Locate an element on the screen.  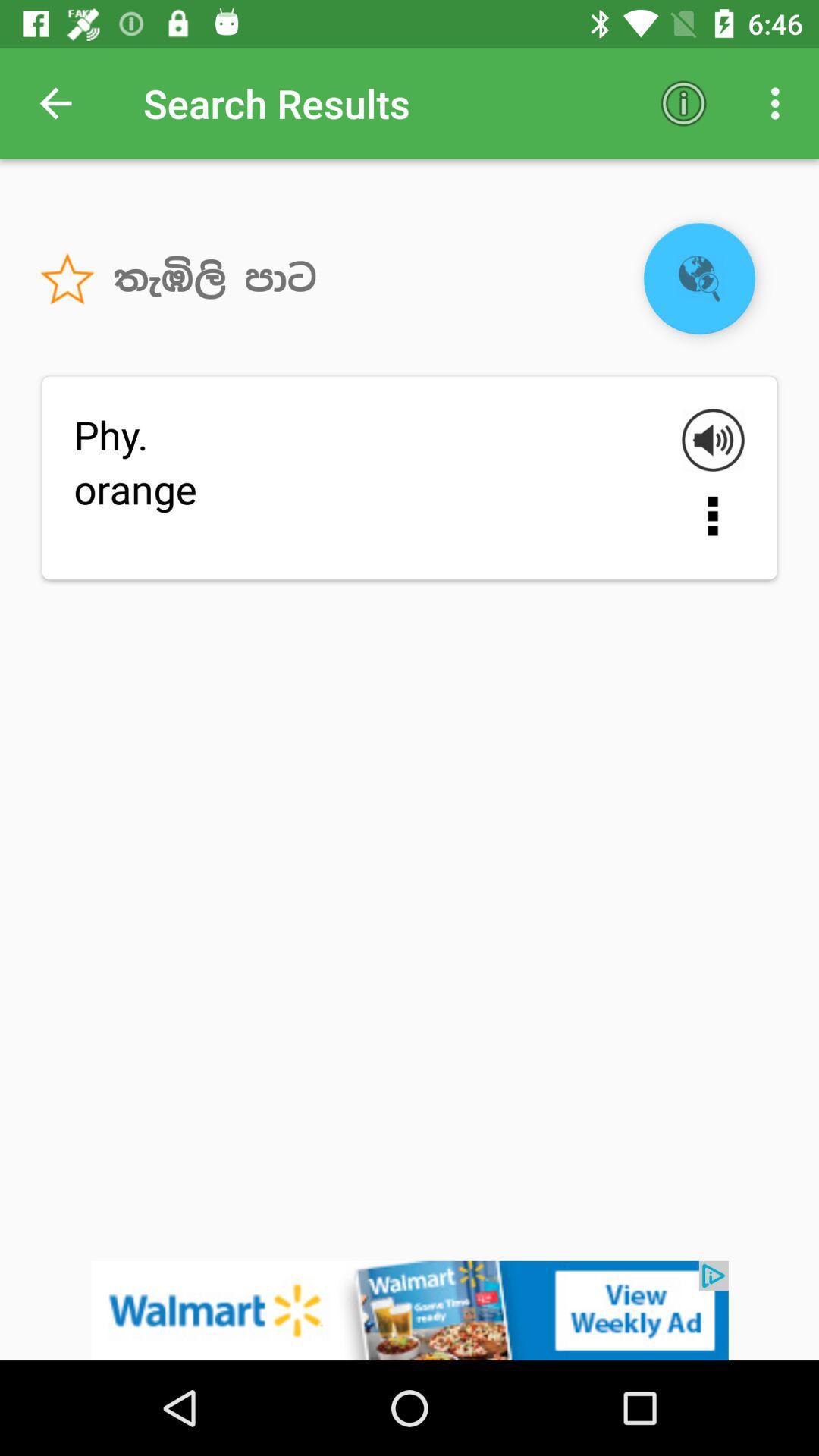
map is located at coordinates (699, 278).